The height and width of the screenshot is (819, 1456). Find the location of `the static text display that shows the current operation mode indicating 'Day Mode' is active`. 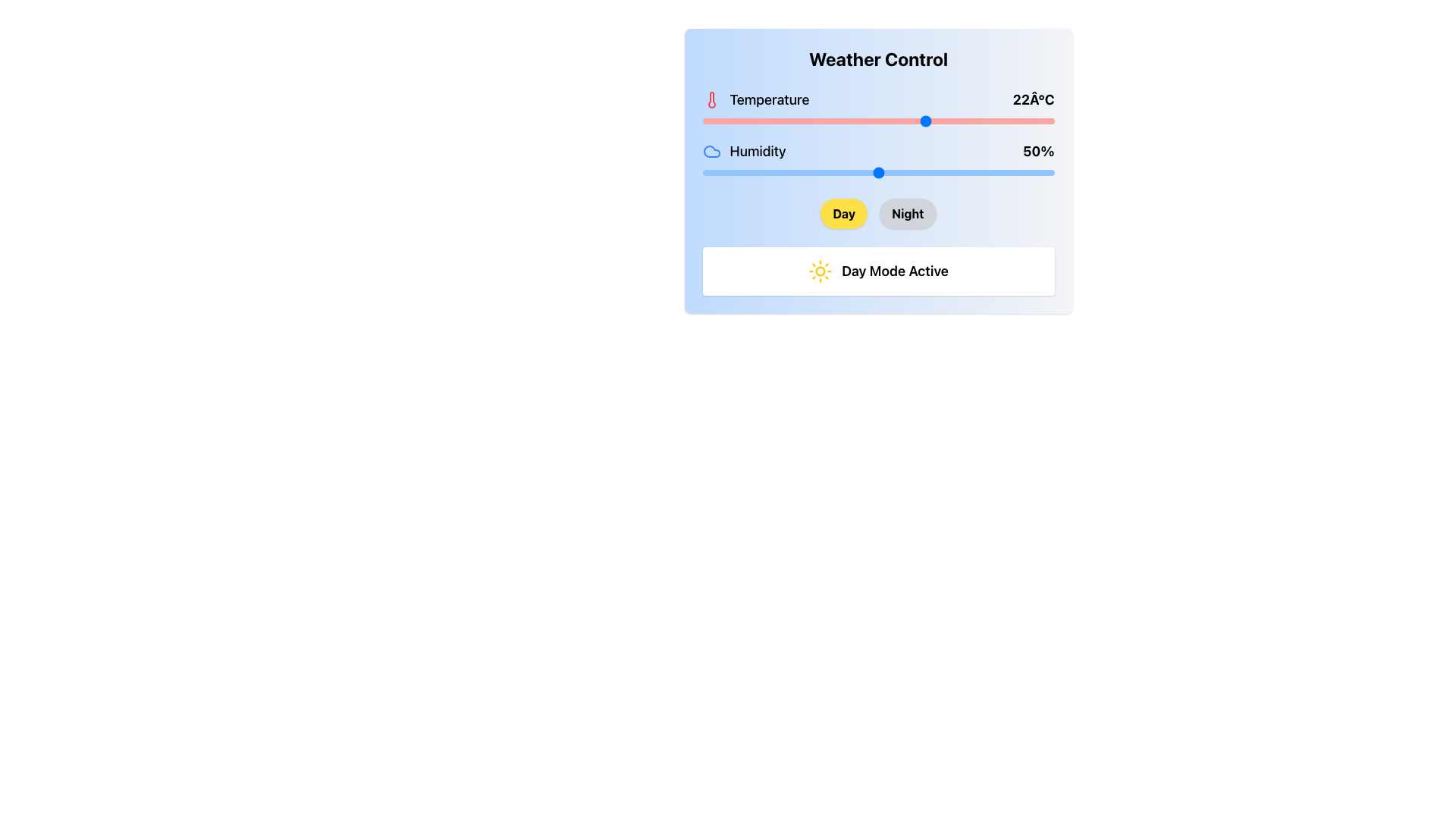

the static text display that shows the current operation mode indicating 'Day Mode' is active is located at coordinates (878, 271).